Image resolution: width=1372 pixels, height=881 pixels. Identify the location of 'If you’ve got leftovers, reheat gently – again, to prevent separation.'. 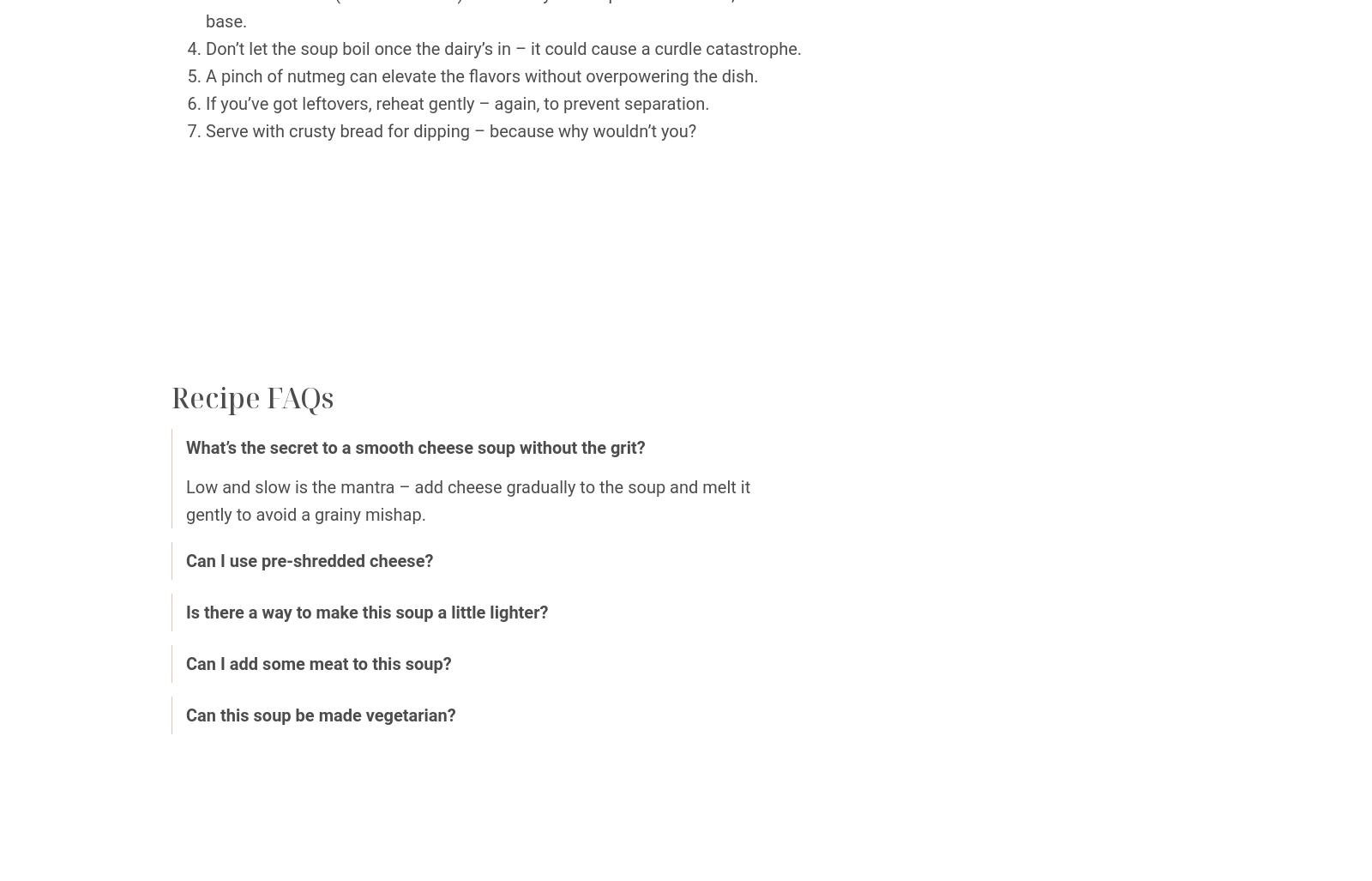
(456, 103).